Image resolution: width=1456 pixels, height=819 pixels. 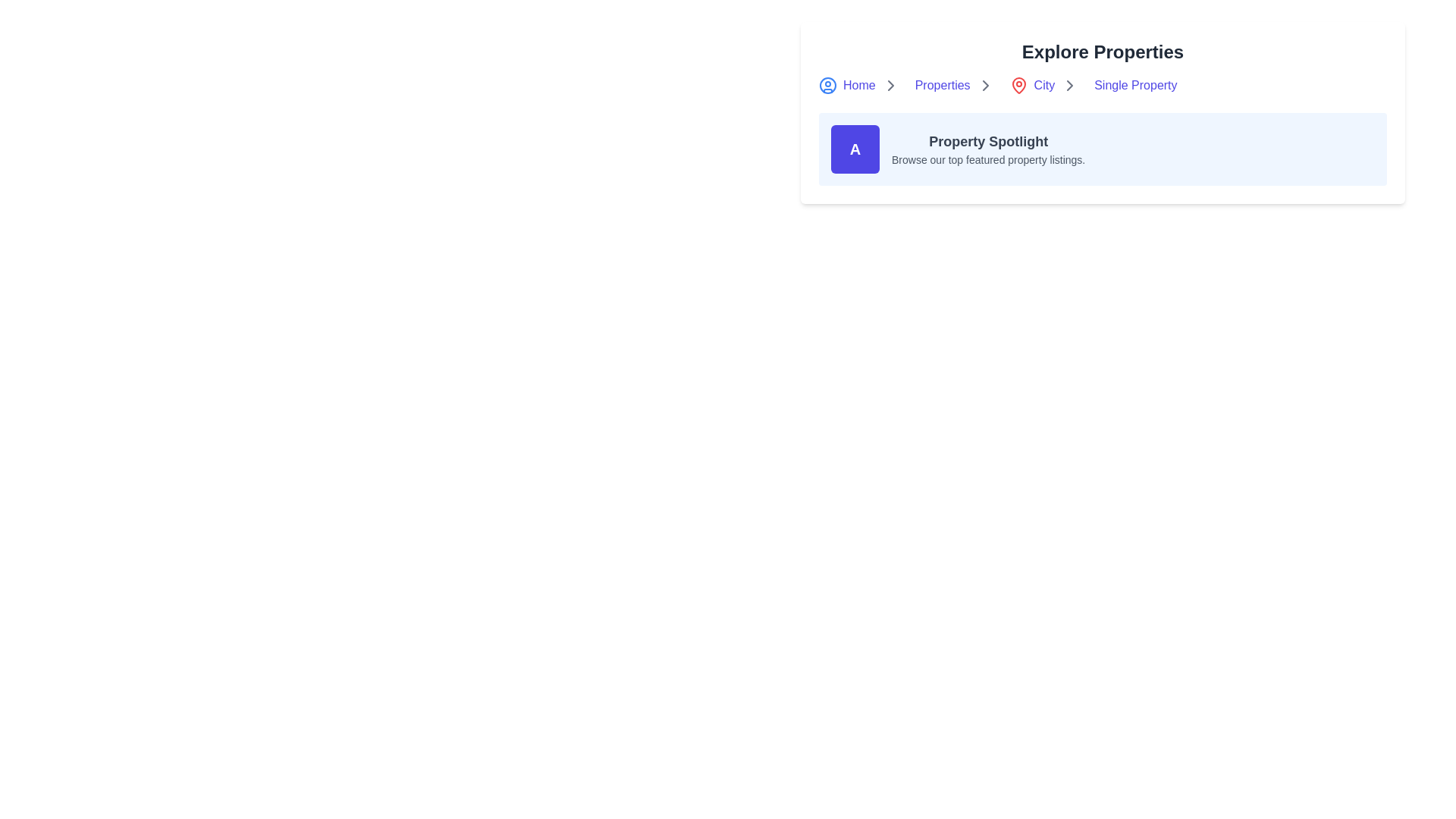 I want to click on the interactive hyperlink with an icon located in the breadcrumb navigation section to underline the text, so click(x=1031, y=85).